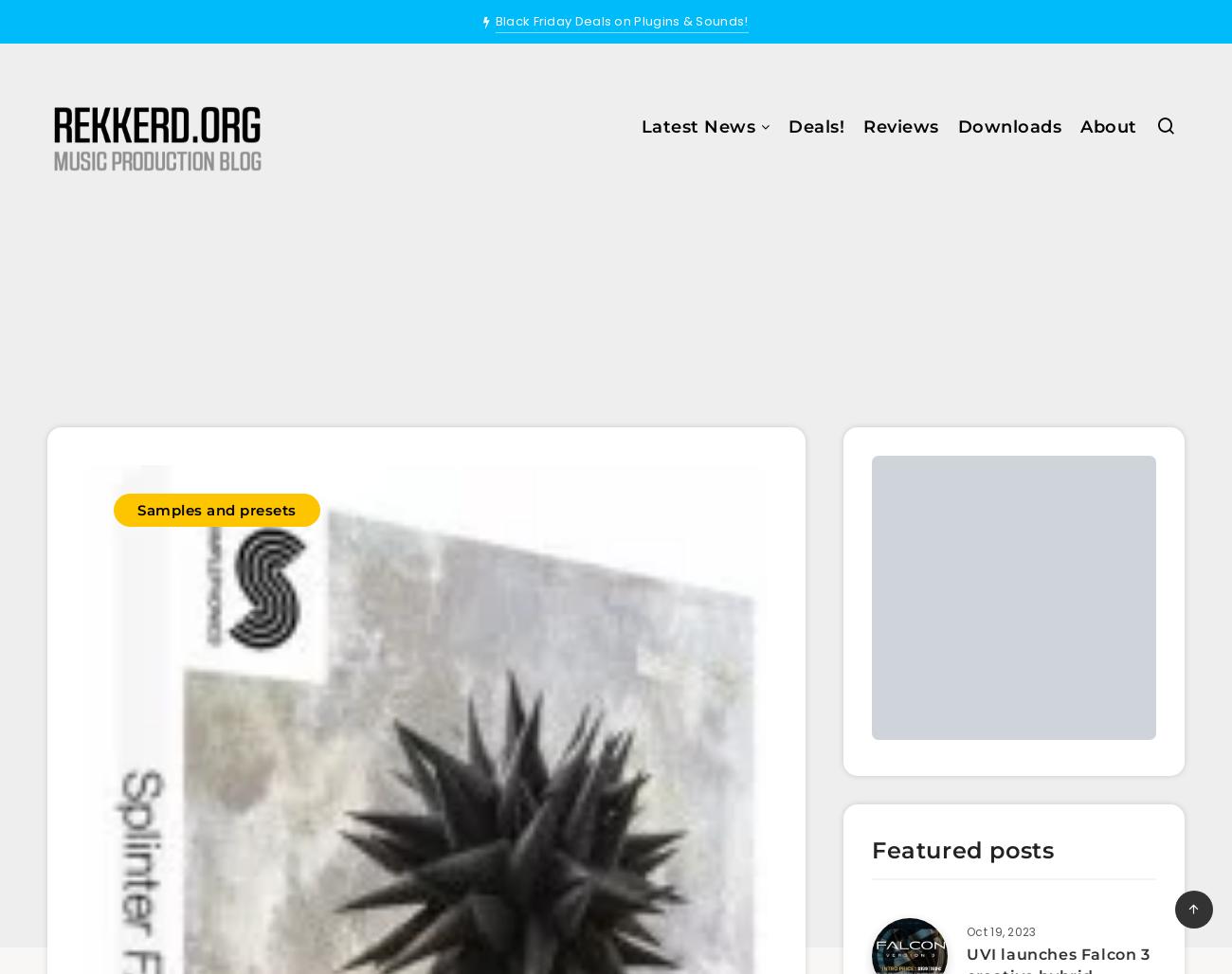  What do you see at coordinates (1108, 127) in the screenshot?
I see `'About'` at bounding box center [1108, 127].